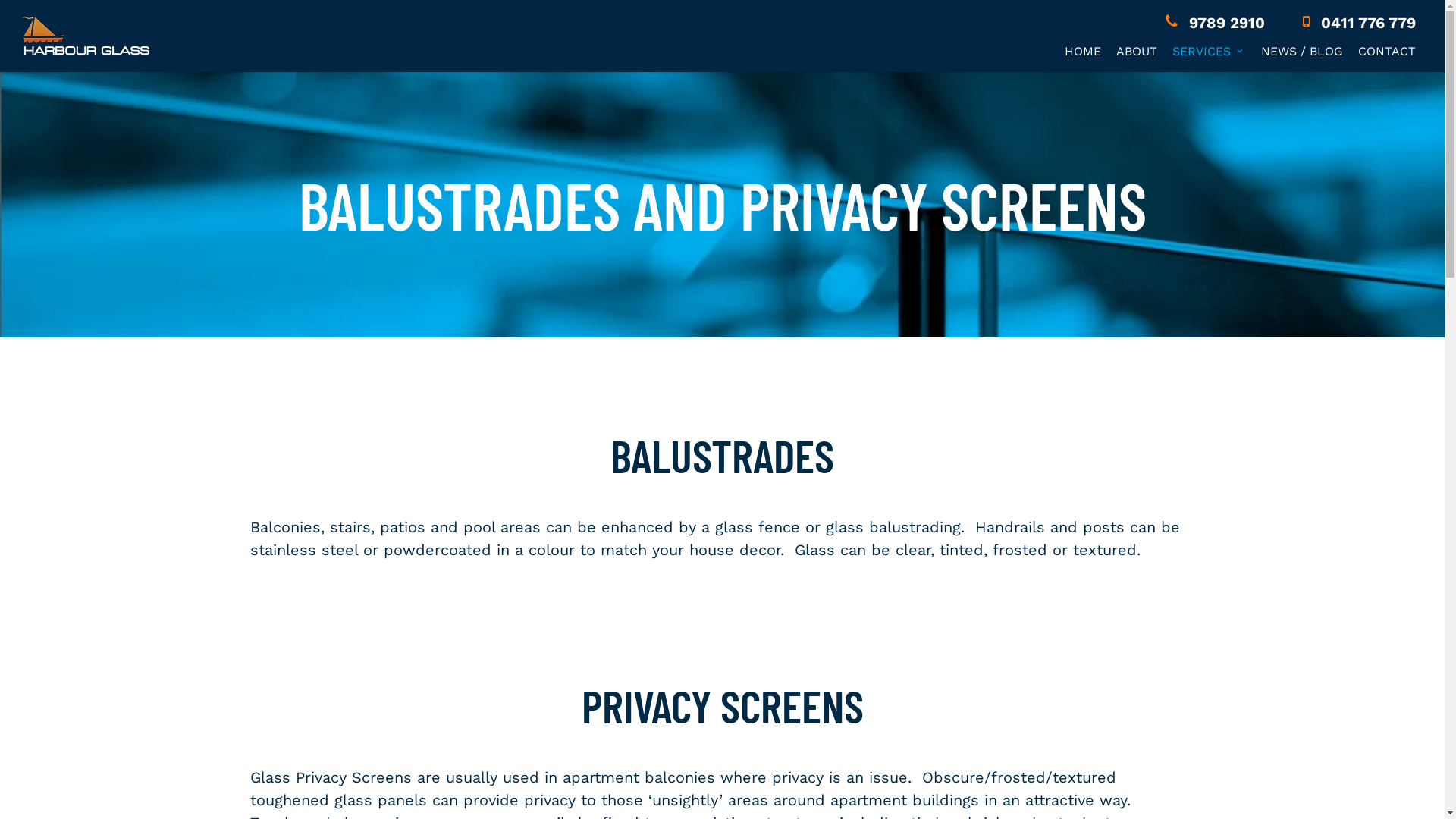  What do you see at coordinates (1215, 22) in the screenshot?
I see `'9789 2910'` at bounding box center [1215, 22].